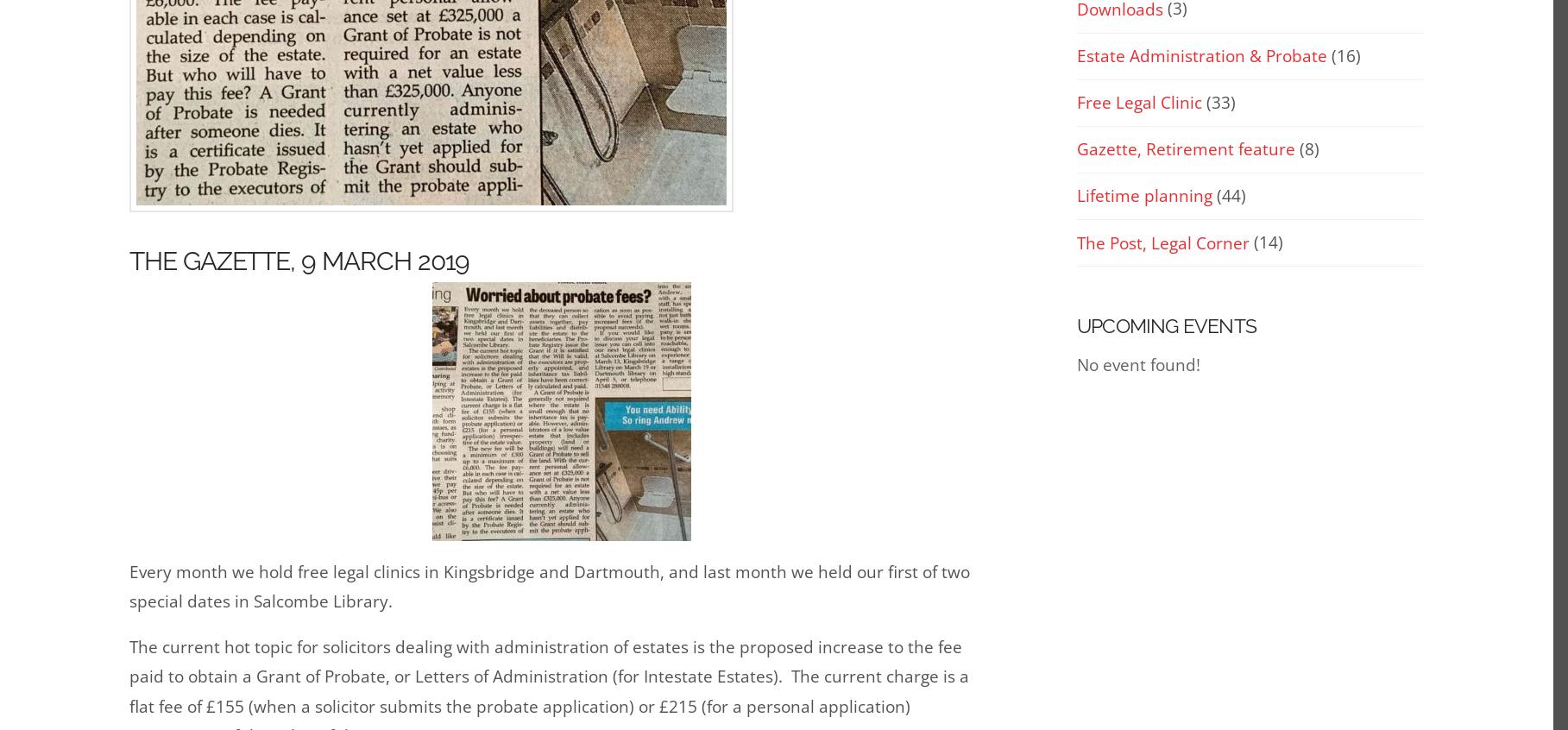 The height and width of the screenshot is (730, 1568). Describe the element at coordinates (1144, 195) in the screenshot. I see `'Lifetime planning'` at that location.